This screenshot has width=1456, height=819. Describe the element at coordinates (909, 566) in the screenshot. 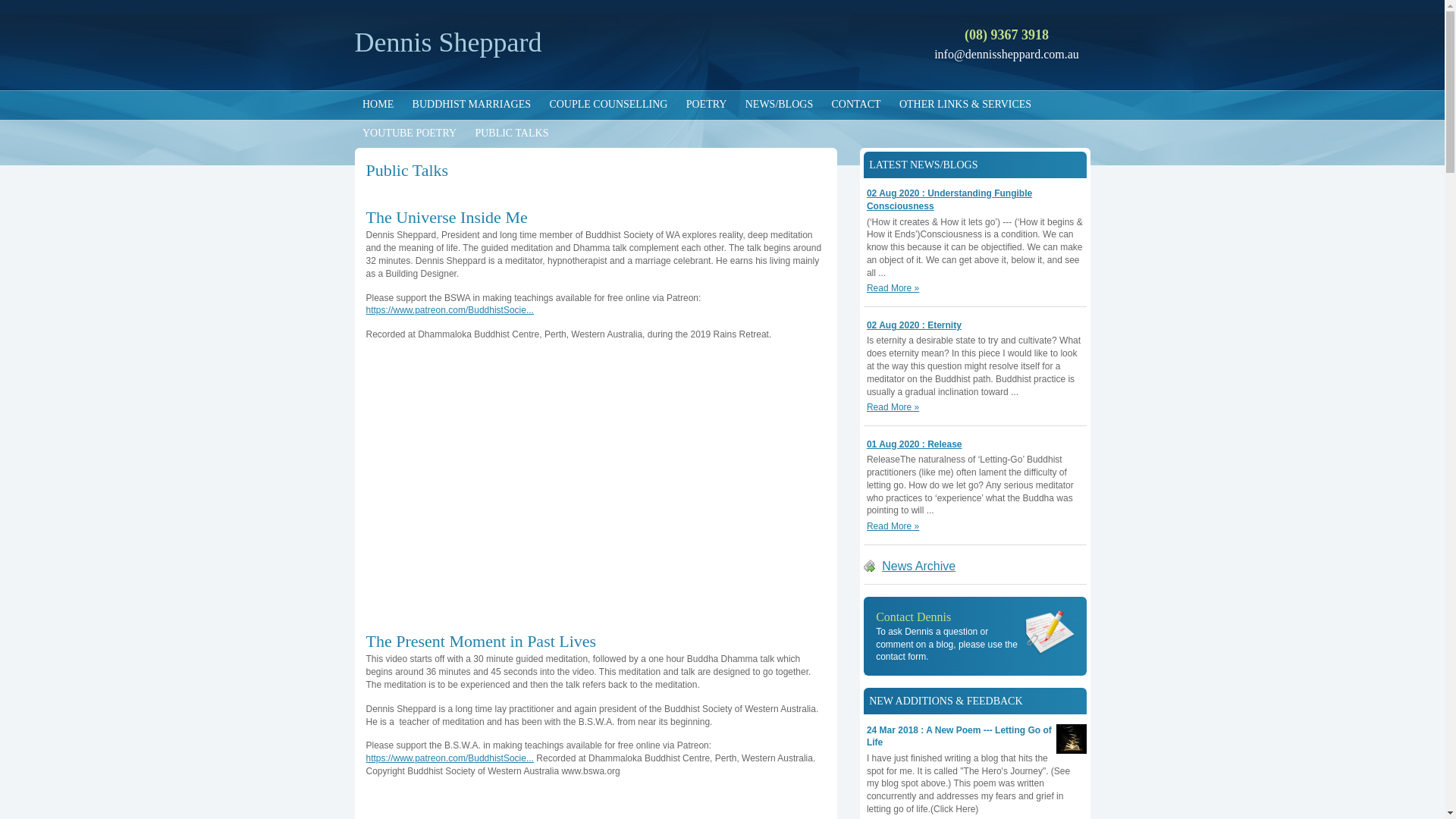

I see `'News Archive'` at that location.